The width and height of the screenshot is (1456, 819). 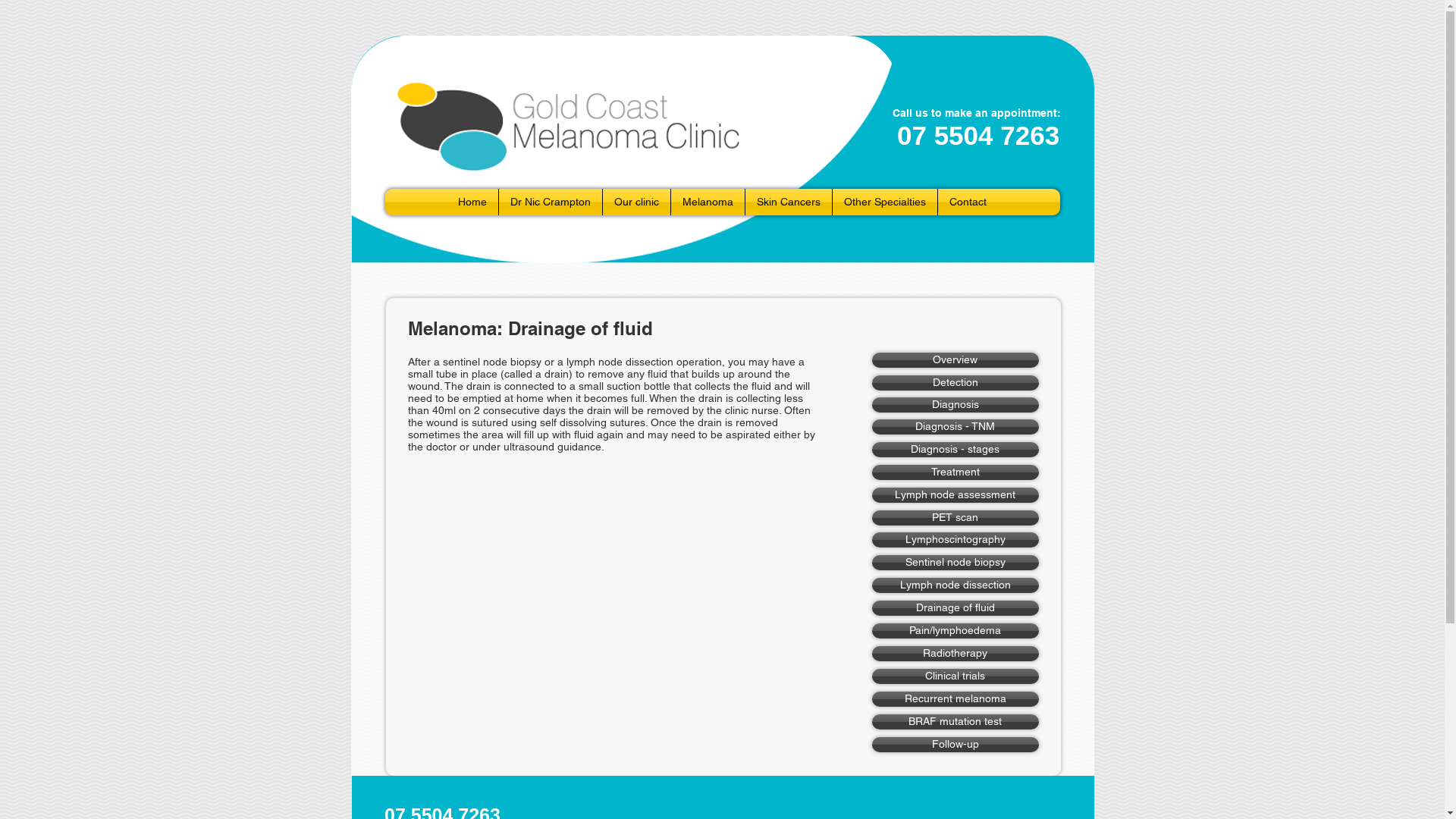 I want to click on 'Sentinel node biopsy', so click(x=954, y=562).